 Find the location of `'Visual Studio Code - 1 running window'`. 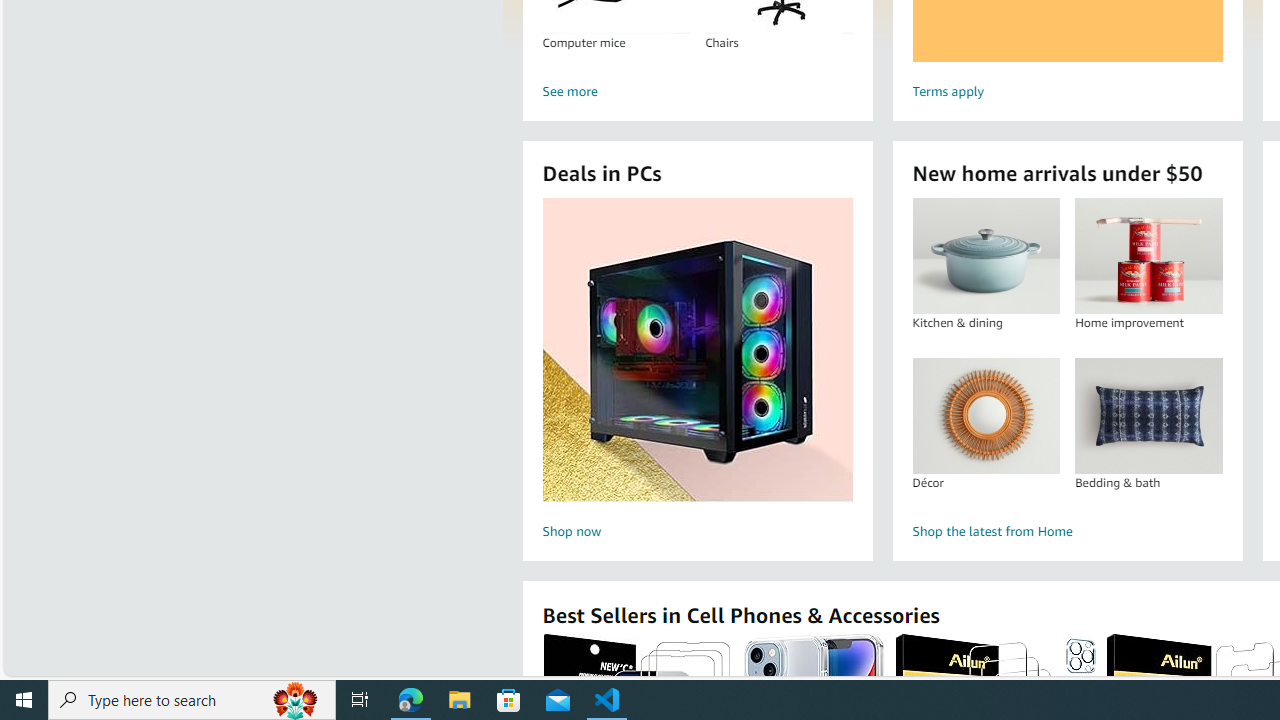

'Visual Studio Code - 1 running window' is located at coordinates (606, 698).